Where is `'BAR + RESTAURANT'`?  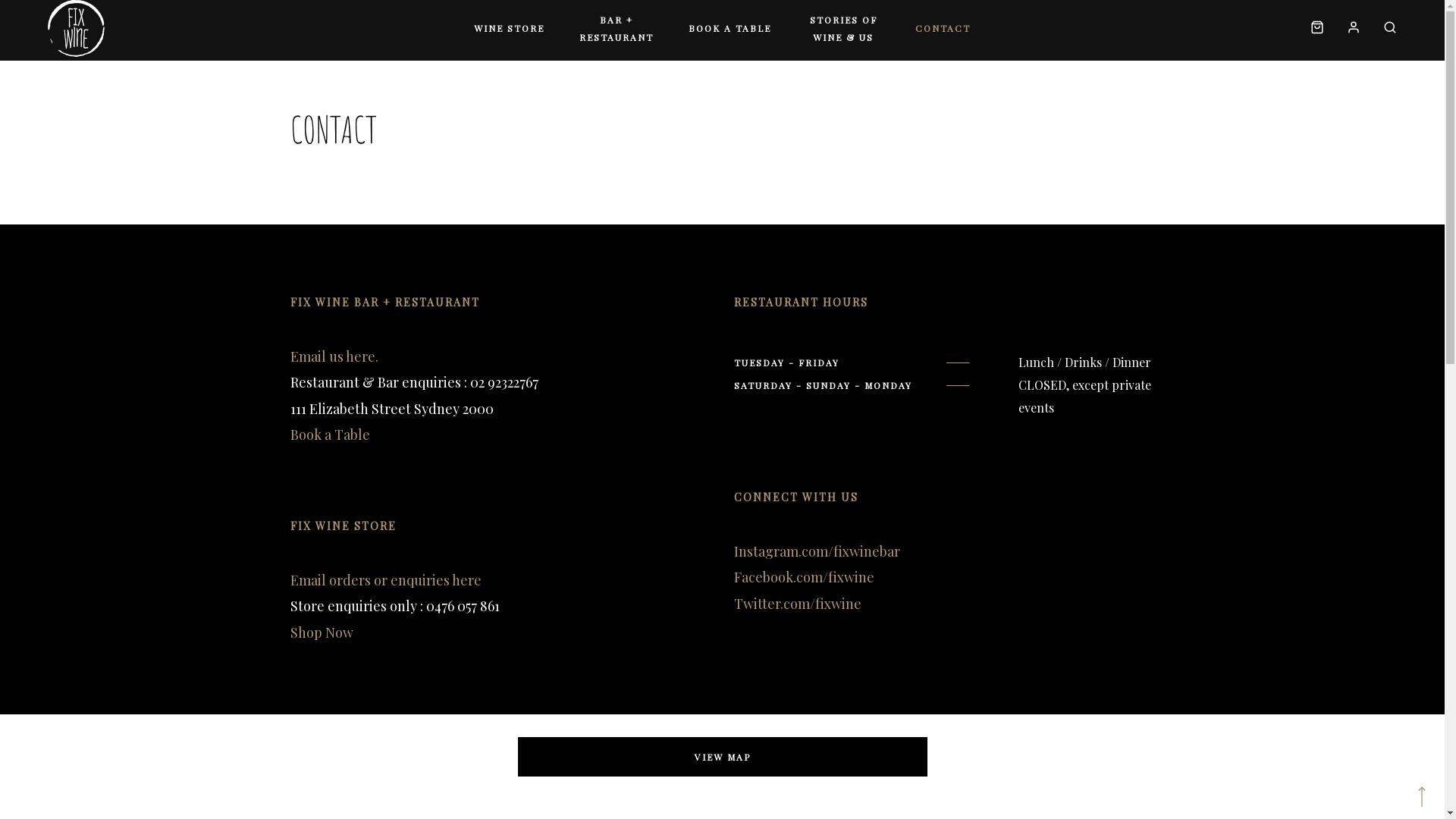 'BAR + RESTAURANT' is located at coordinates (555, 29).